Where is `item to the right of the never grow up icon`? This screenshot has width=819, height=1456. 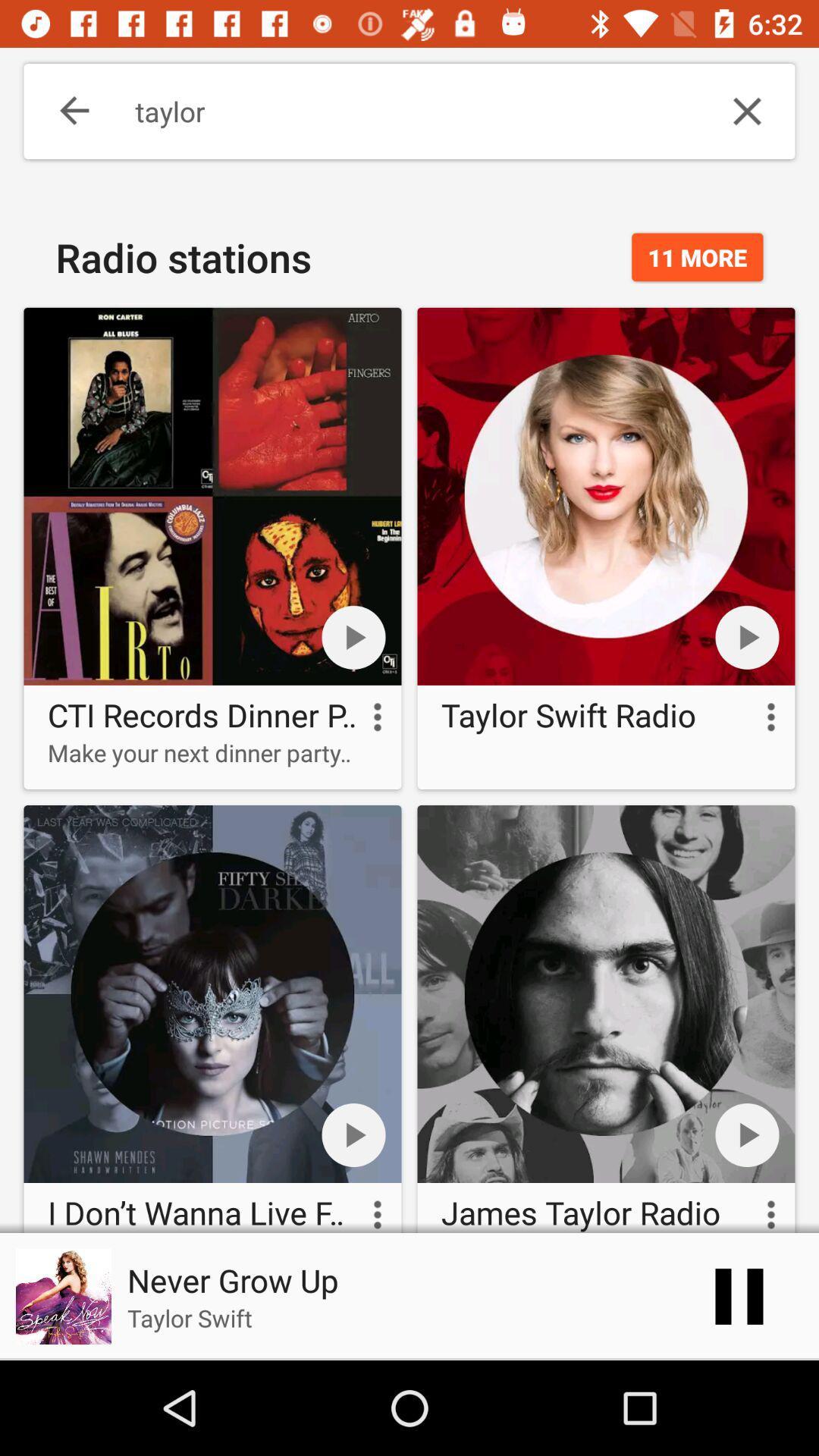 item to the right of the never grow up icon is located at coordinates (739, 1295).